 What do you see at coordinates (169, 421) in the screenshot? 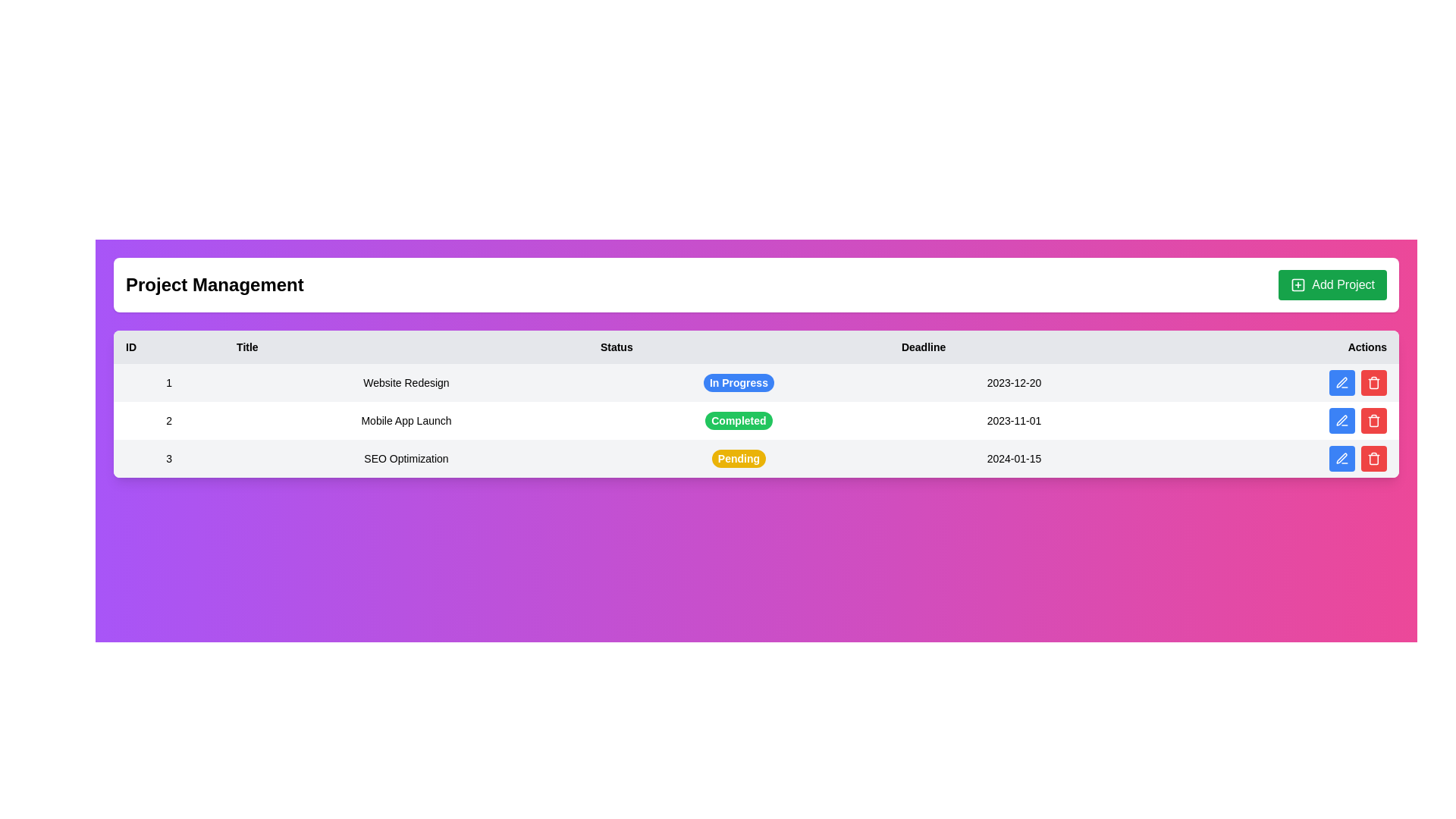
I see `the static text label that serves as an index for the second row of the table under the 'ID' column` at bounding box center [169, 421].